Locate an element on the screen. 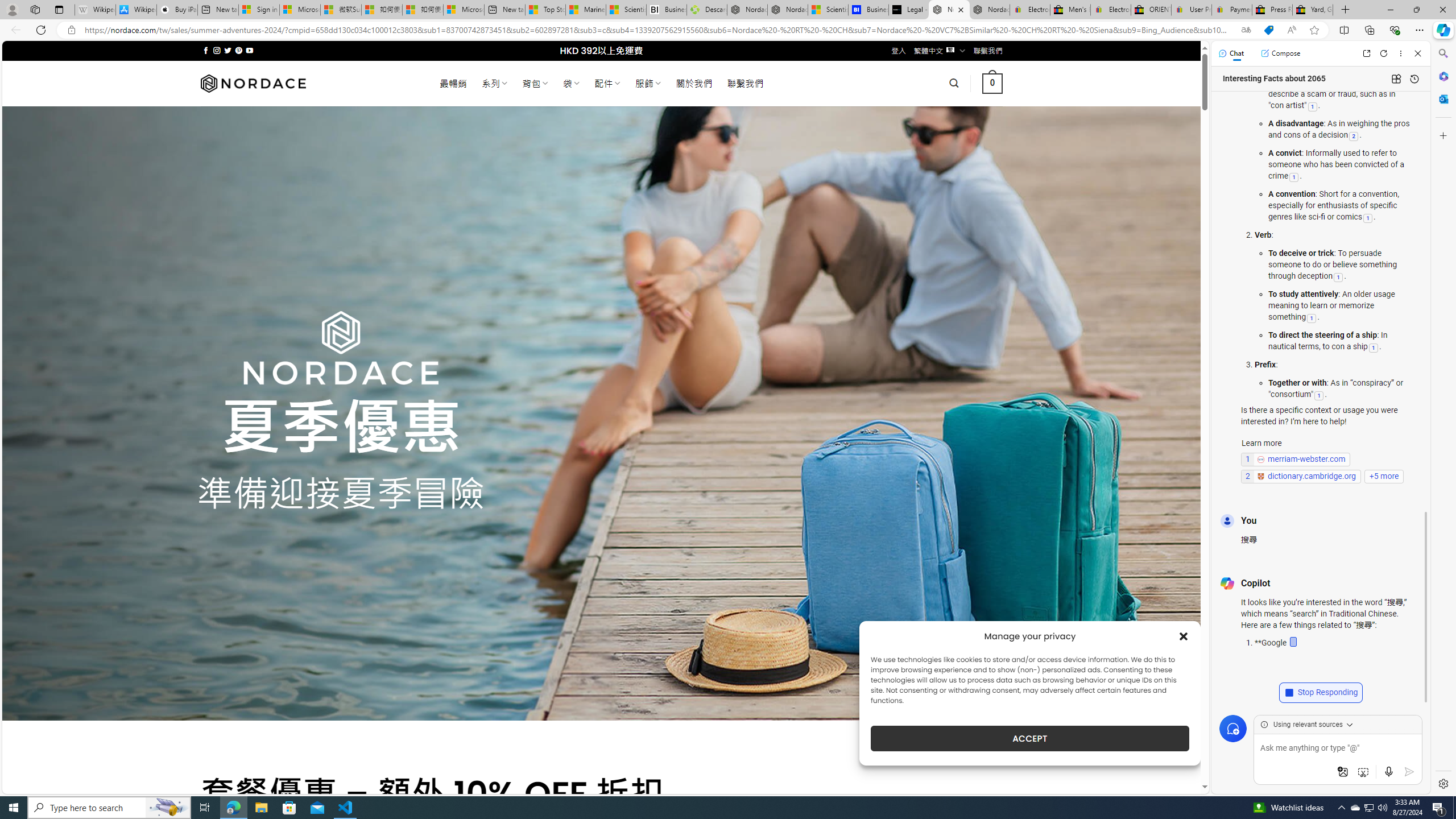  'Follow on Twitter' is located at coordinates (227, 50).